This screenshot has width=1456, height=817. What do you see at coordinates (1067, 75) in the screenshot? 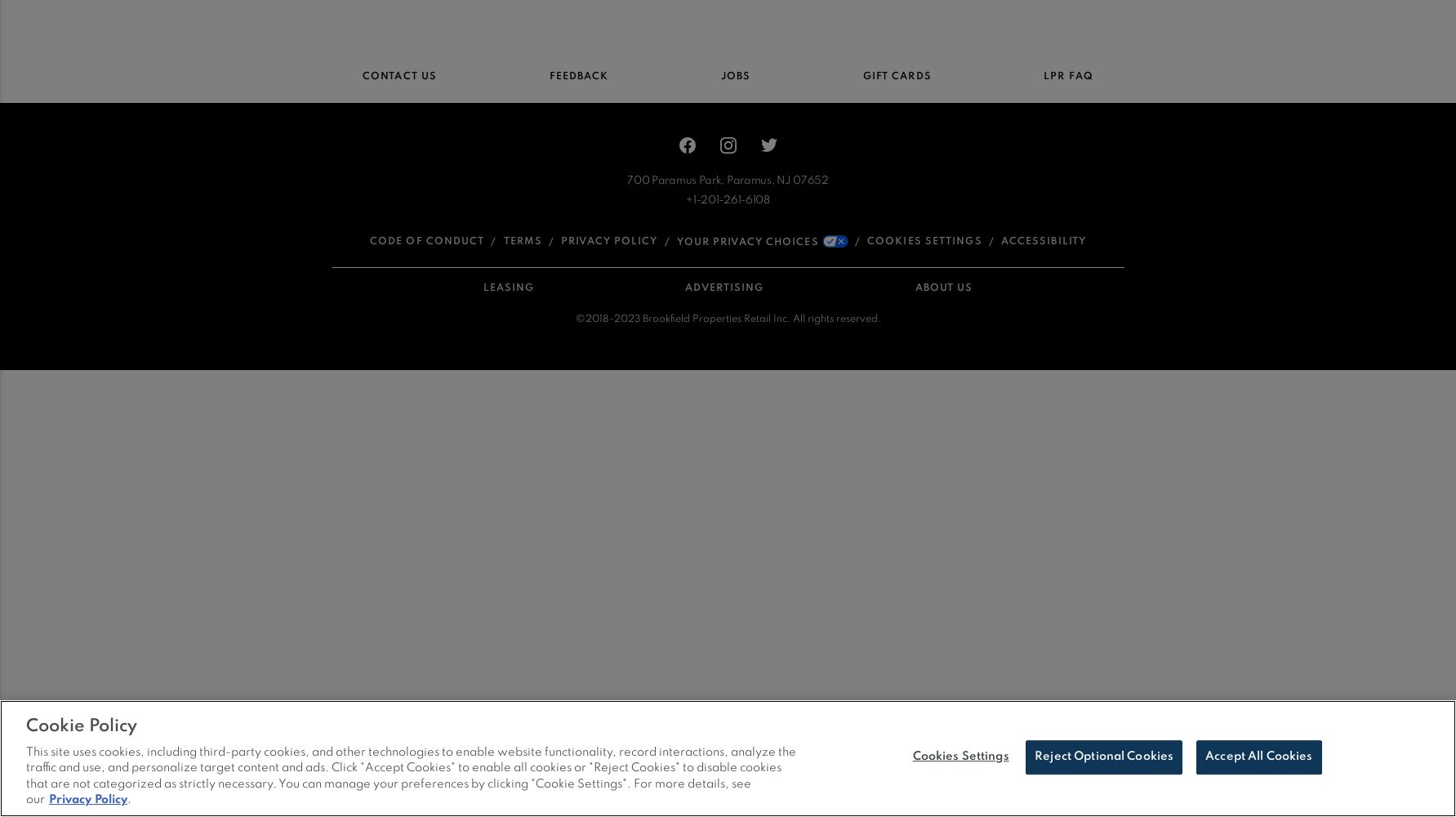
I see `'LPR FAQ'` at bounding box center [1067, 75].